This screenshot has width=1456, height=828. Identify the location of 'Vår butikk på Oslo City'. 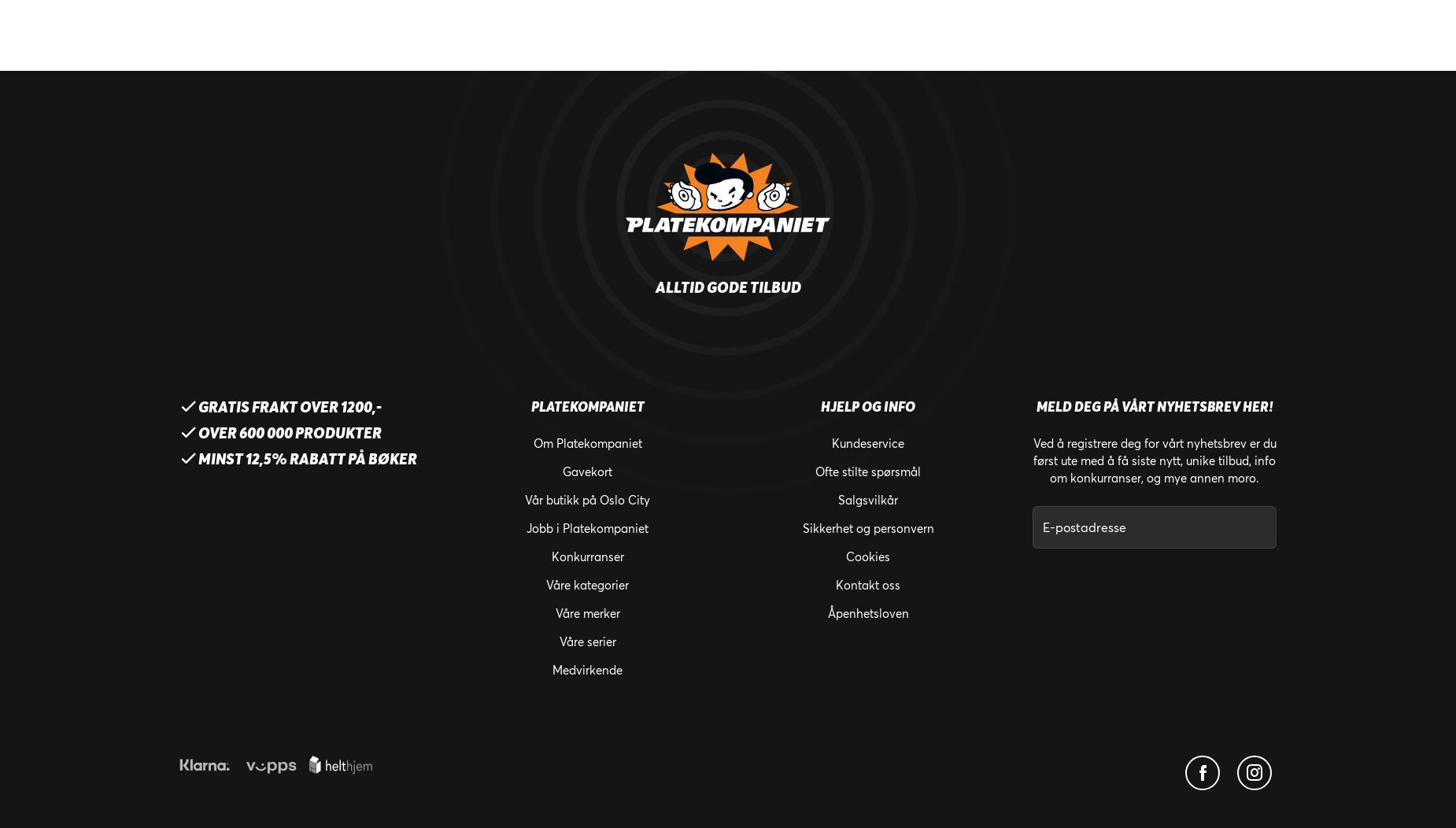
(587, 500).